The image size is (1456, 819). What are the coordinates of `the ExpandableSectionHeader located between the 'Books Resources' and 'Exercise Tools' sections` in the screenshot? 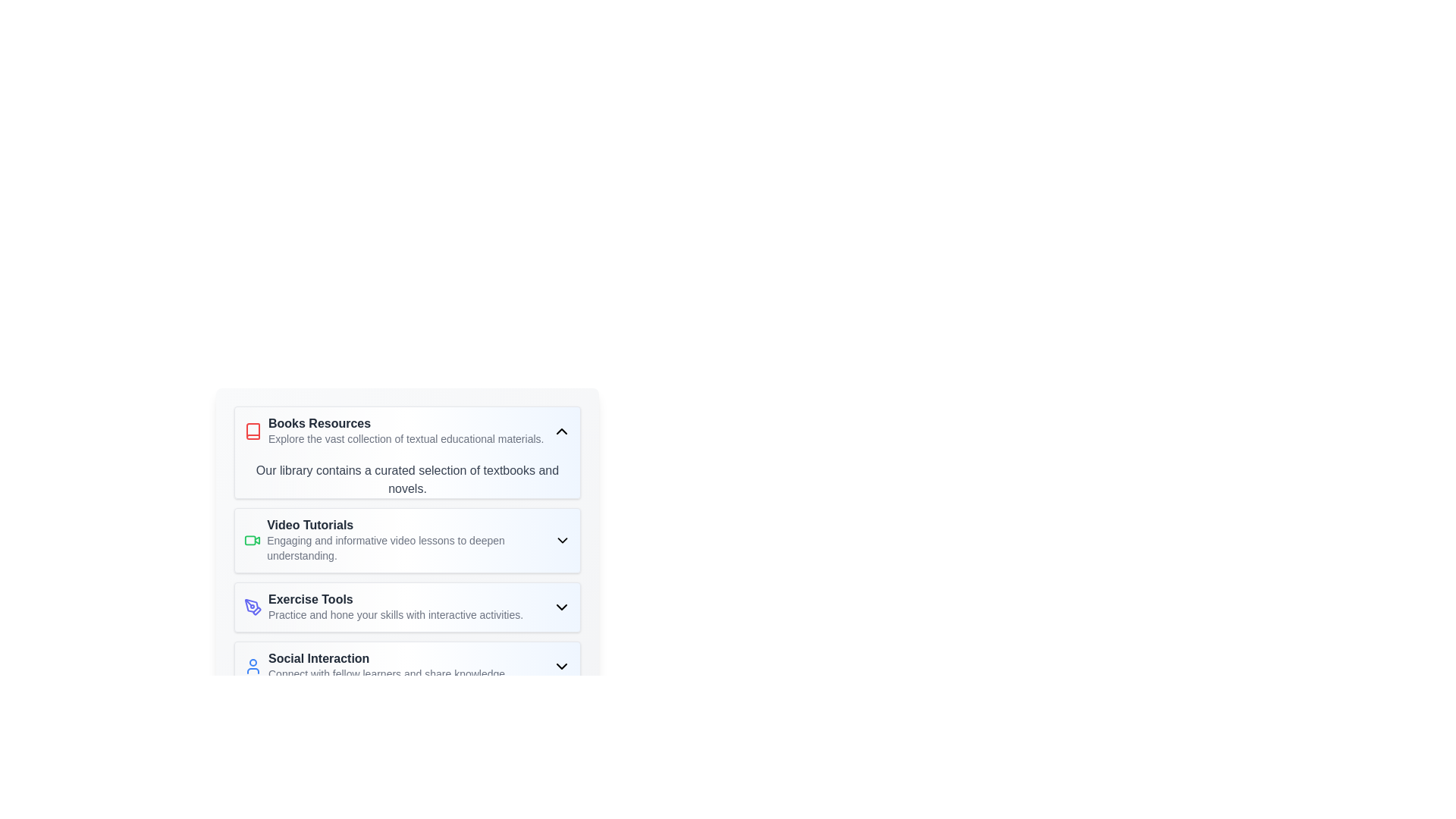 It's located at (407, 522).